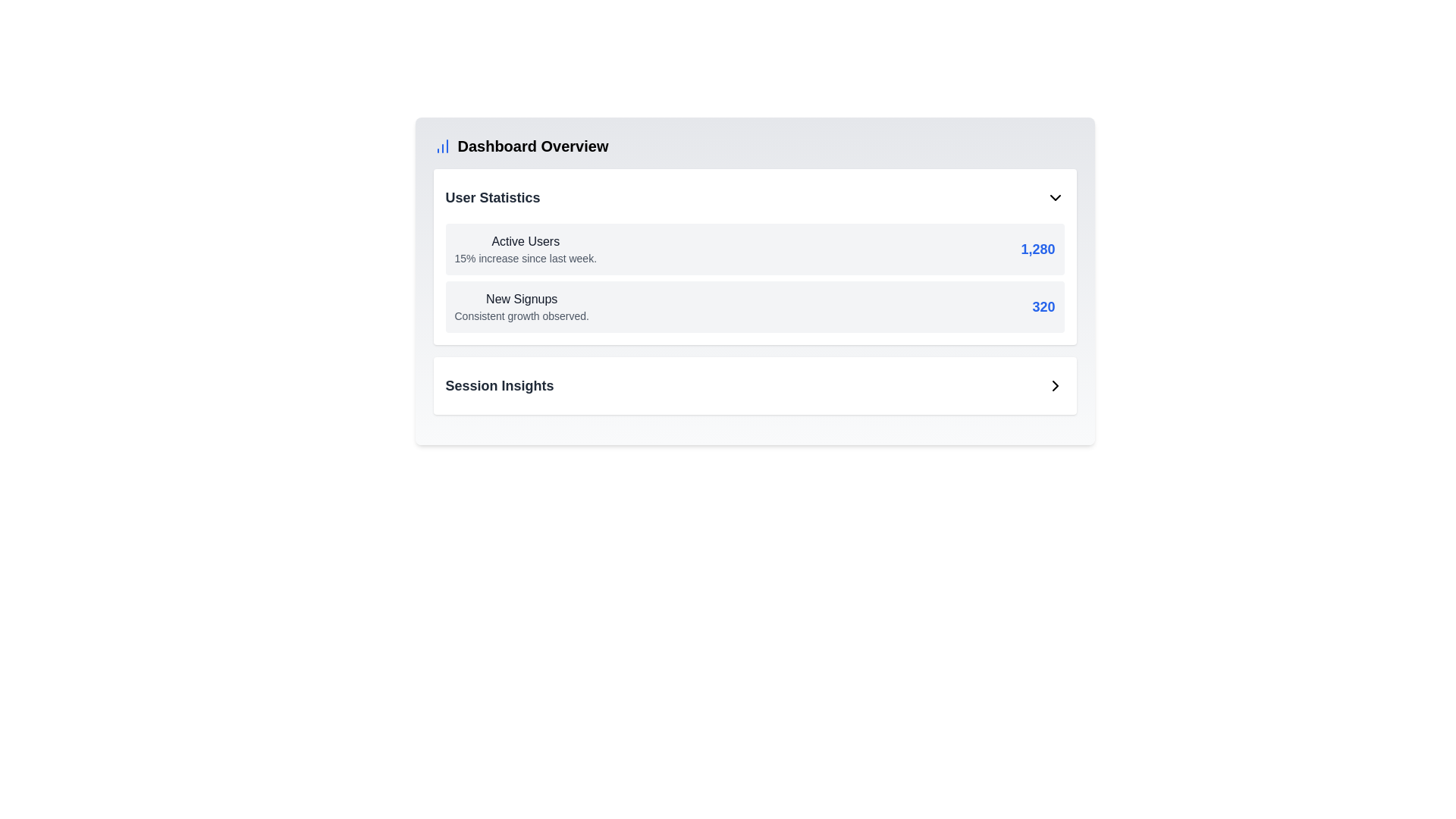 The image size is (1456, 819). I want to click on the decorative icon located to the left of the 'Dashboard Overview' title, which emphasizes analytics or data representation, so click(441, 146).